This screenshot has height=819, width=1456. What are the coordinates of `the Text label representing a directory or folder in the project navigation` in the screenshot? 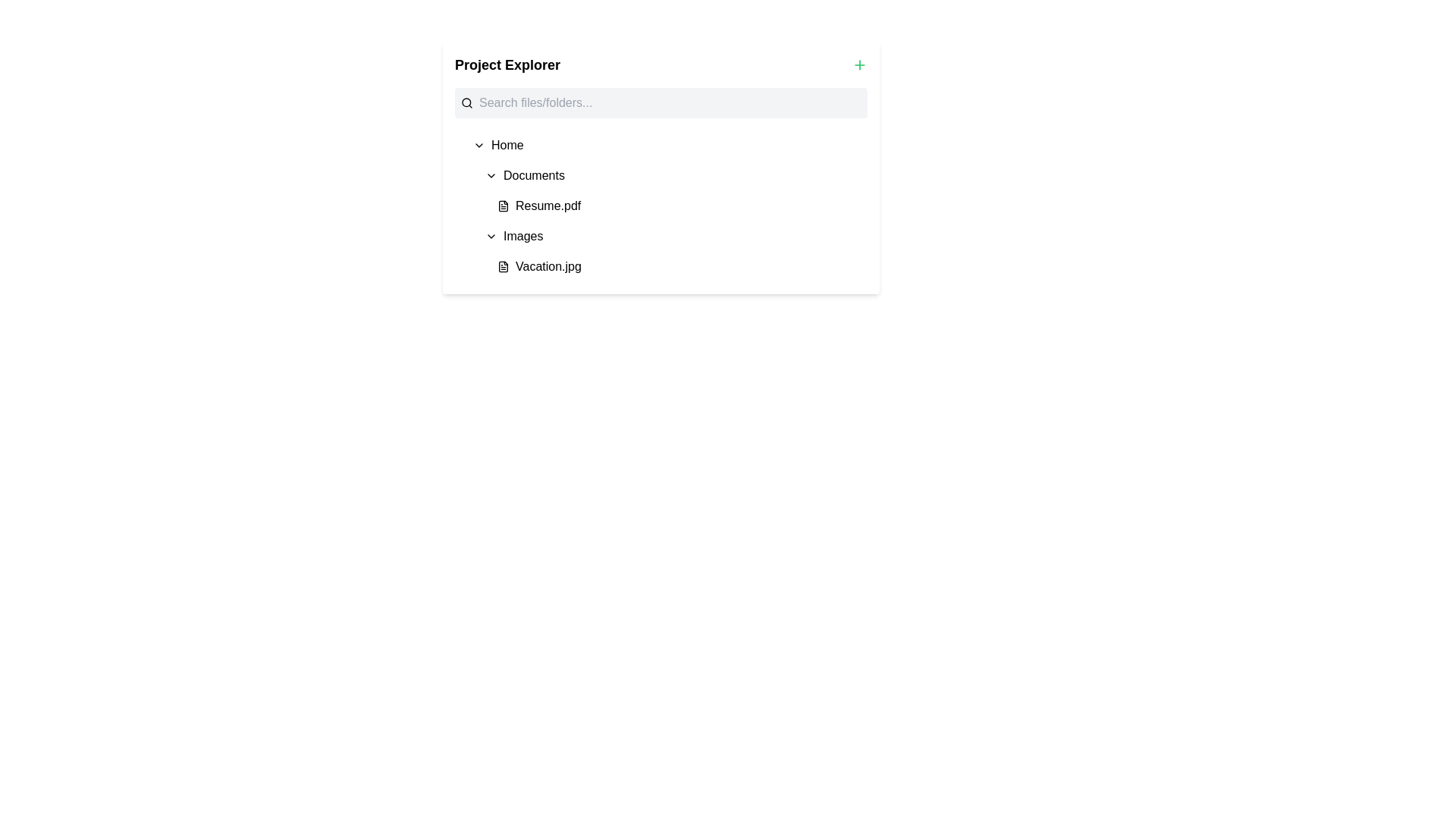 It's located at (534, 174).